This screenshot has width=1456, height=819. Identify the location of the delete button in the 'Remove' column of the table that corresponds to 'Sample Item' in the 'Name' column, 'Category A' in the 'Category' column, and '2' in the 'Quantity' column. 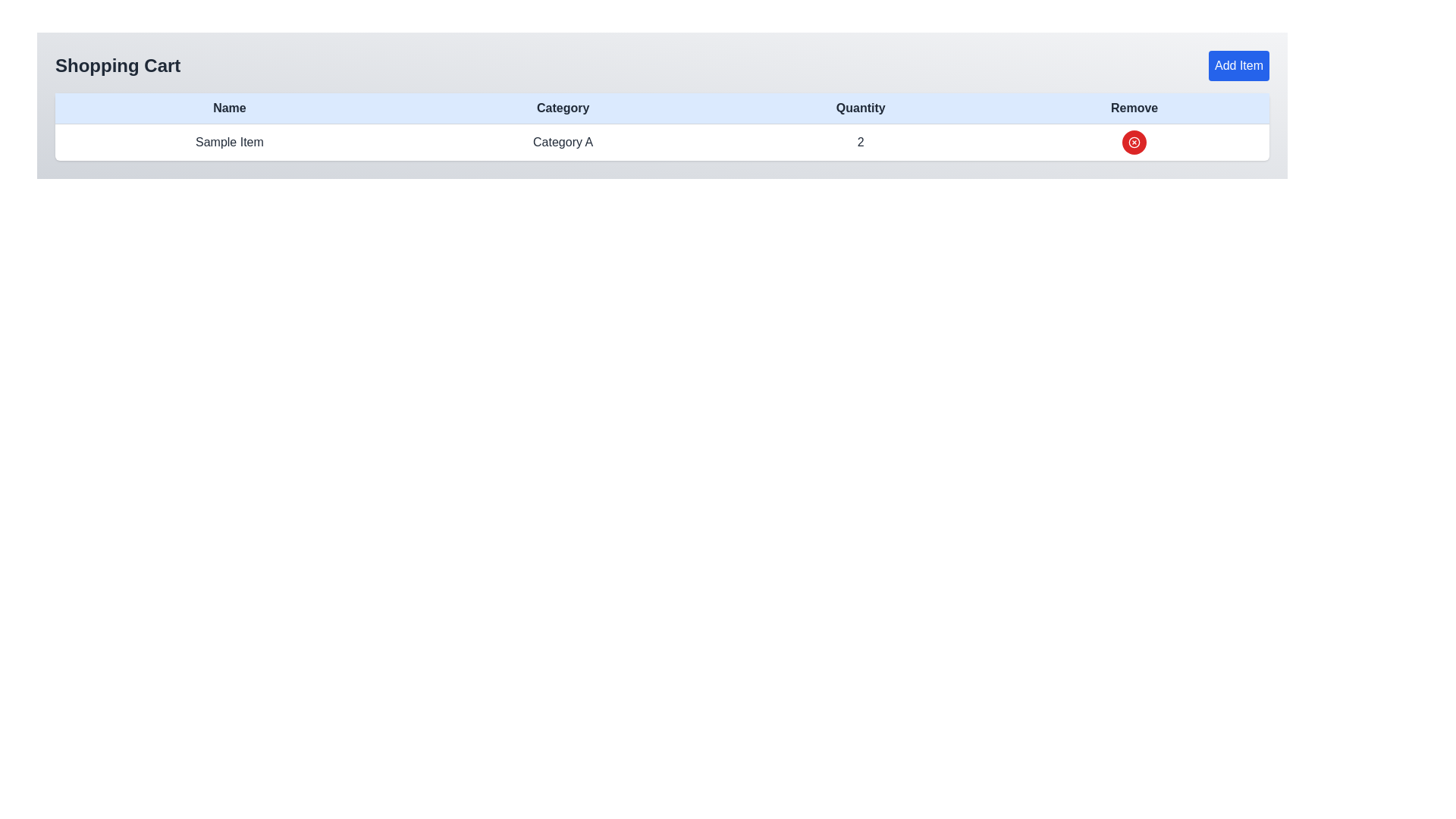
(1134, 142).